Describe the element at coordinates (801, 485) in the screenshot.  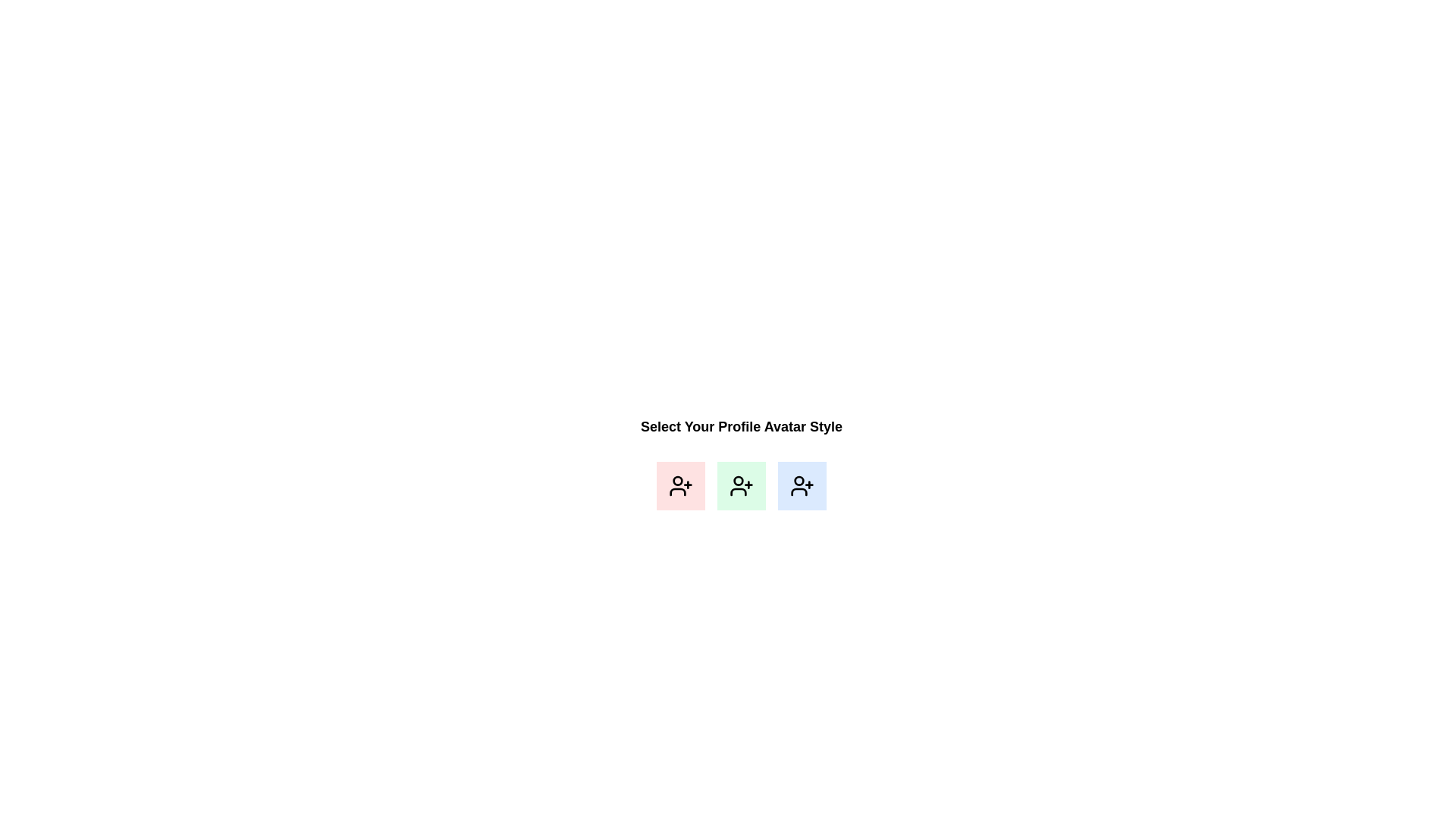
I see `the Selectable Avatar Style Option, which is a square component with a light blue background and a black user silhouette icon with a plus sign` at that location.